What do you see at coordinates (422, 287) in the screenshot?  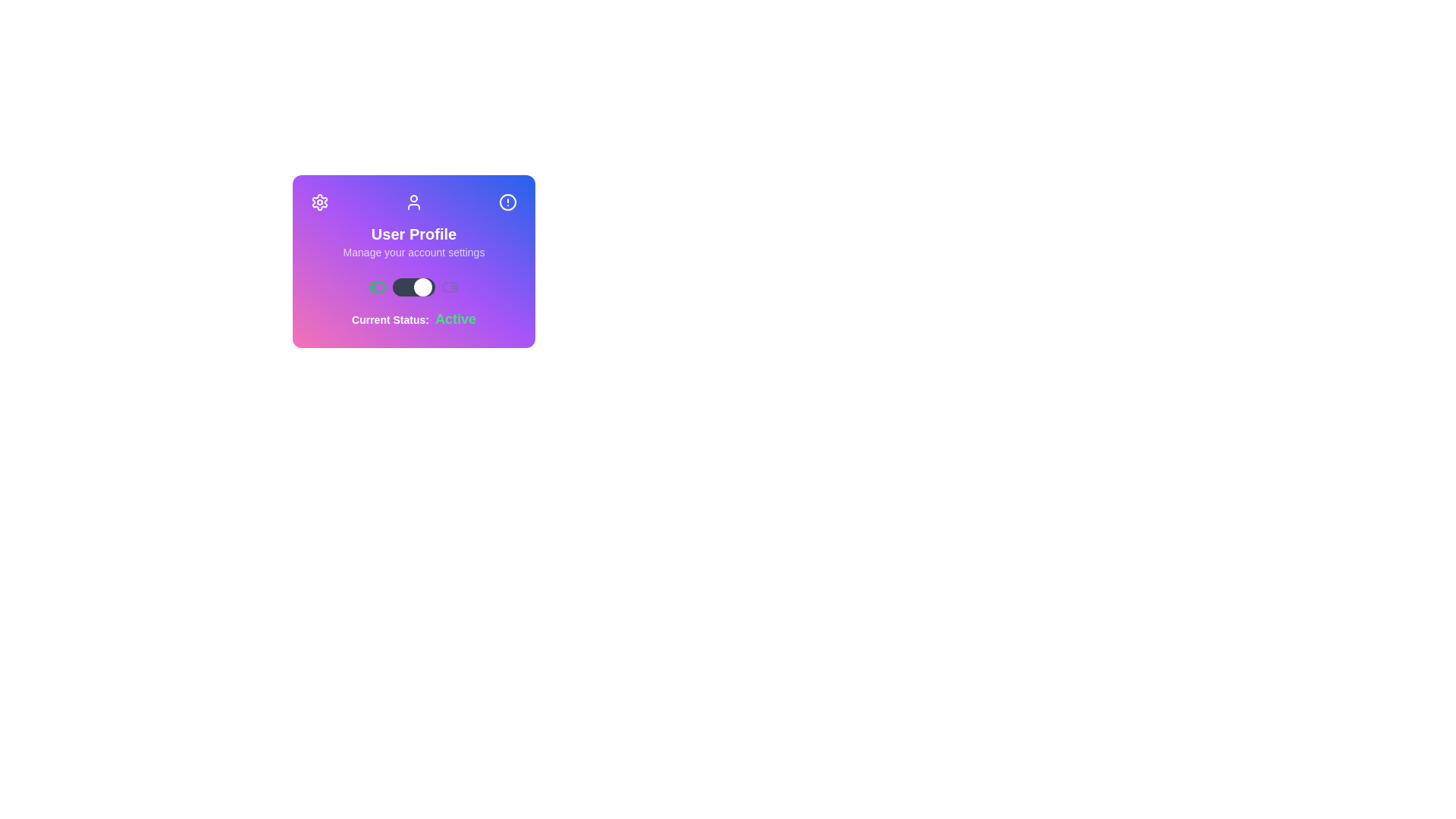 I see `the toggle handle located at the right edge of the settings card to change its state` at bounding box center [422, 287].